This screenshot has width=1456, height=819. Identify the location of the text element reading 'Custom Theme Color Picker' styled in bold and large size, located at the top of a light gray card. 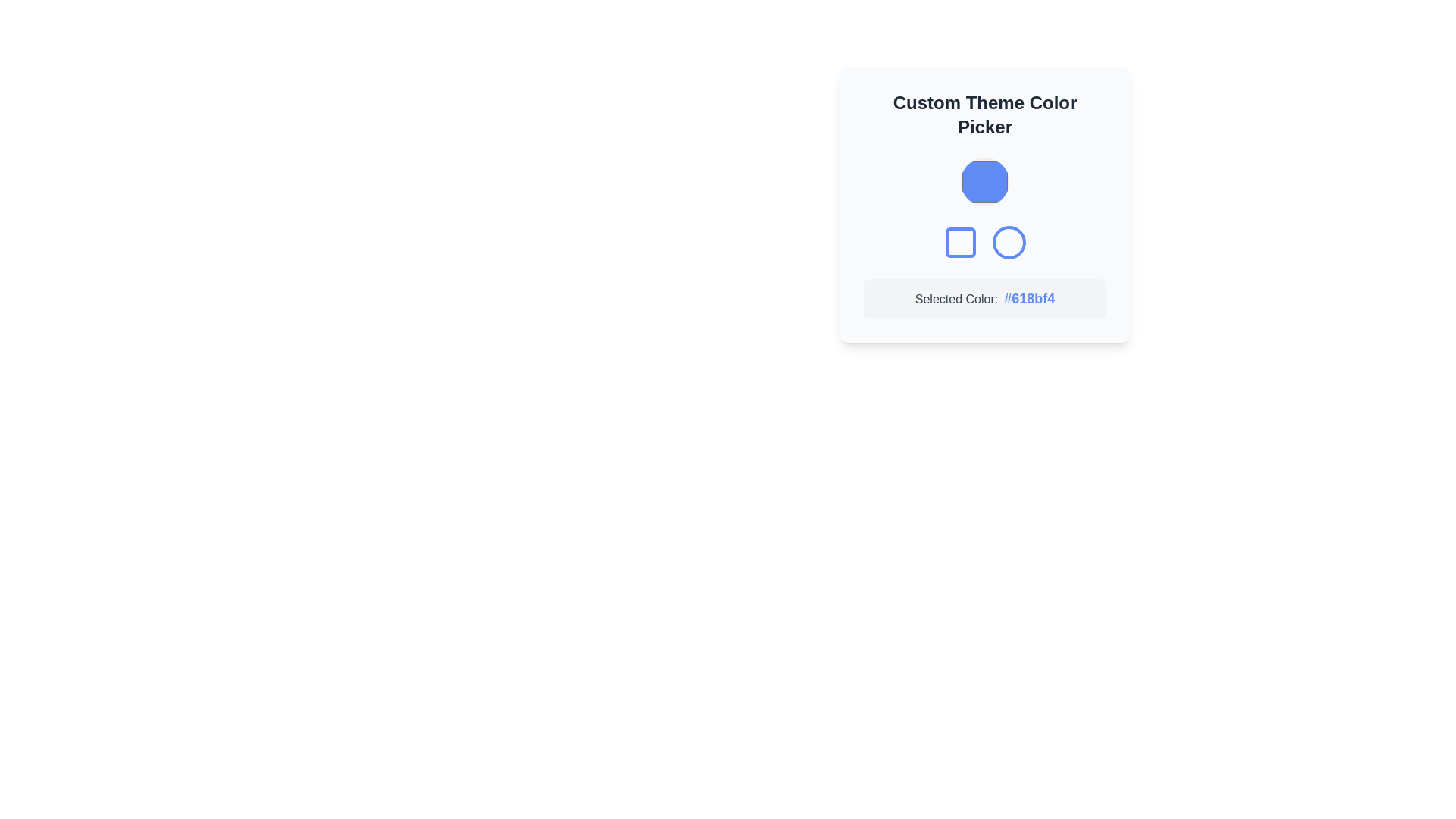
(985, 114).